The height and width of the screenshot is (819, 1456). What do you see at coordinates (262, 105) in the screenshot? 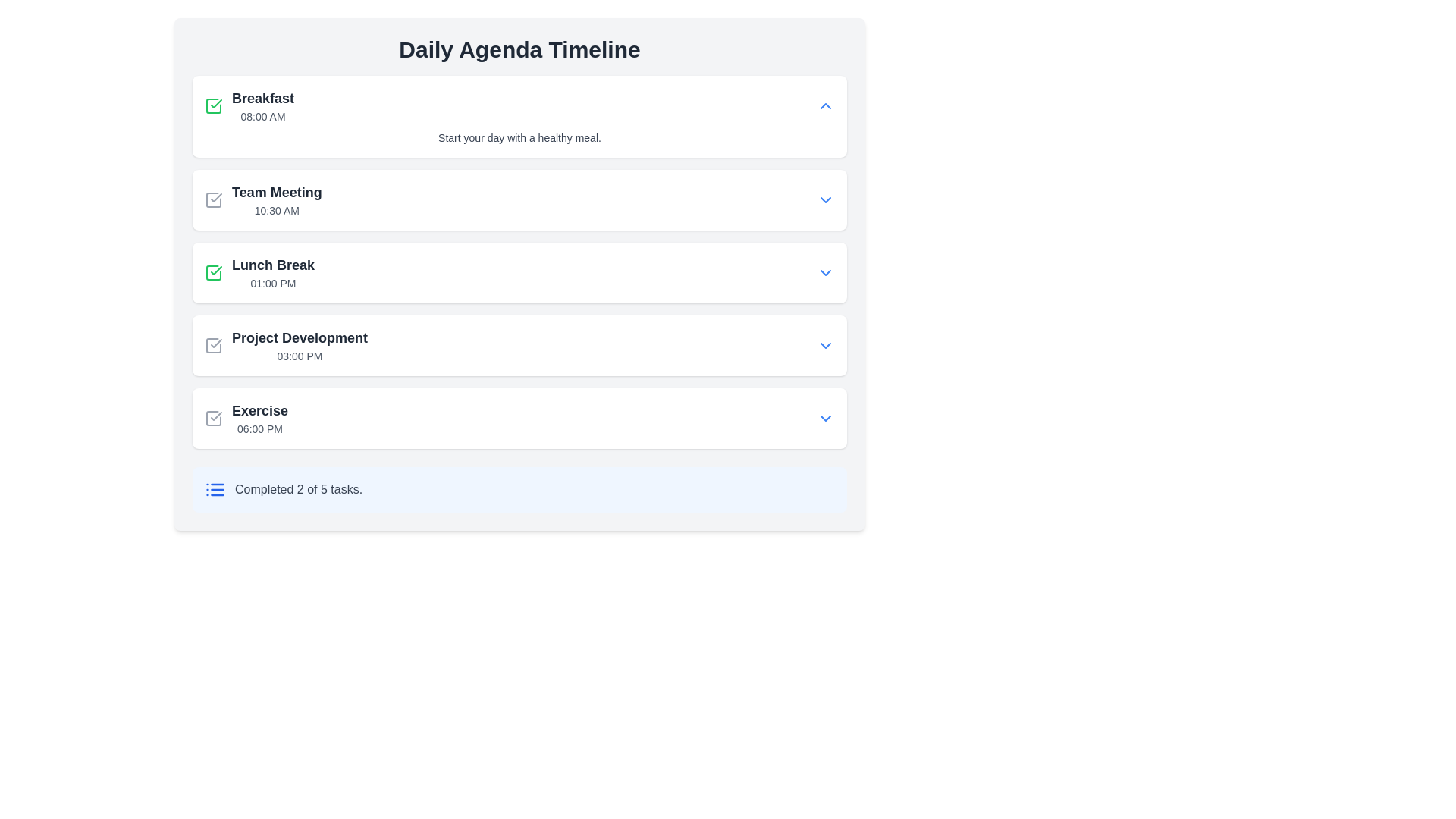
I see `the 'Breakfast' text label, which displays 'Breakfast' in a larger bold font and '08:00 AM' below it in a smaller gray font` at bounding box center [262, 105].